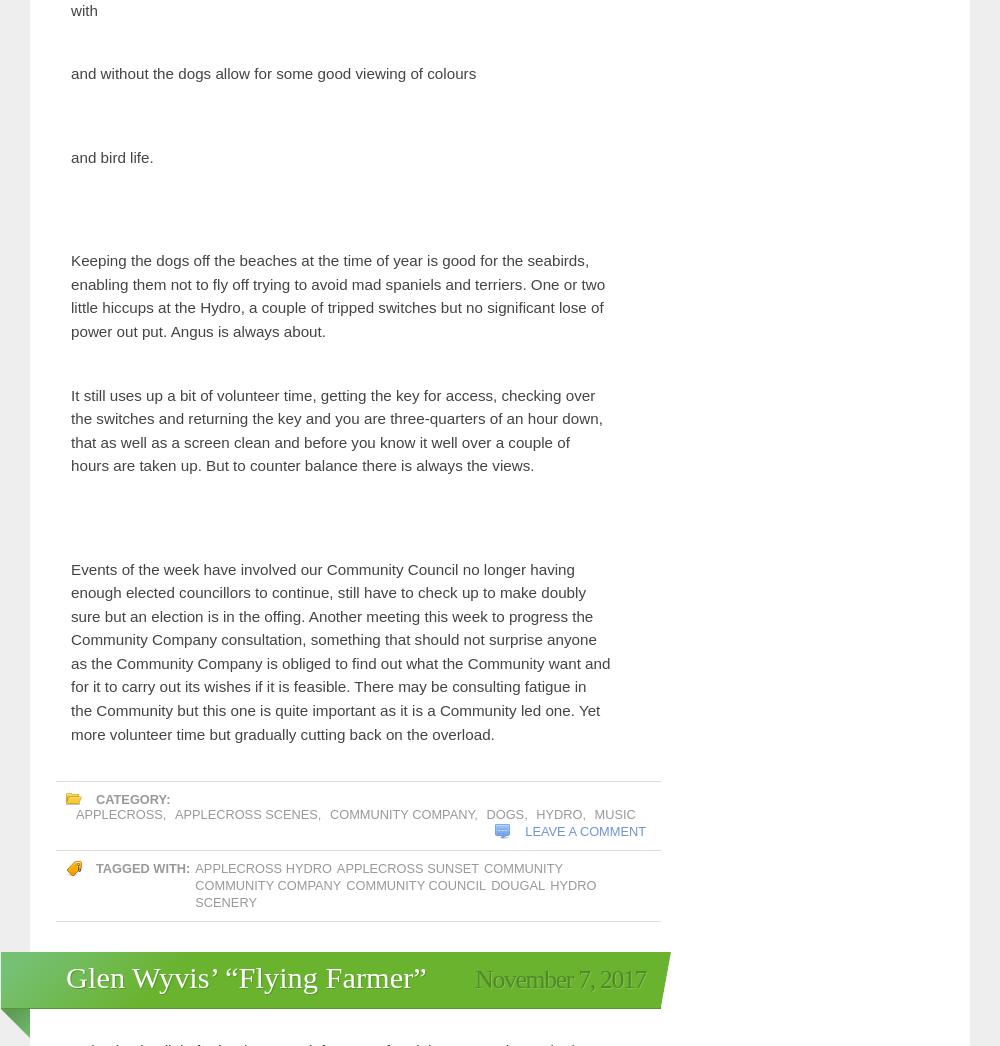 The width and height of the screenshot is (1000, 1046). Describe the element at coordinates (70, 244) in the screenshot. I see `'All familiar as I have seen the Dhol boys with Shooglenifty and have followed the Afro Celts for some time. The cross over of the Celts with the Asian and African sounds seem very natural and the evening was topped off with Griogair singing a fine Jacobean Gaelic song, aimed I think to get people’s feet back on the ground so they could wend their way home. Met up with other guys from Applecross, Sheildaig, Plockton and South Uist with other musicians spotted, a feeling of Scotland being just the right size of country where huge amounts of talent and camaraderie abound. Been asked to write an article and blog post for another site so going to have to put deadline on myself to get both done. May be away for a couple of days……but then something else may happen.'` at that location.